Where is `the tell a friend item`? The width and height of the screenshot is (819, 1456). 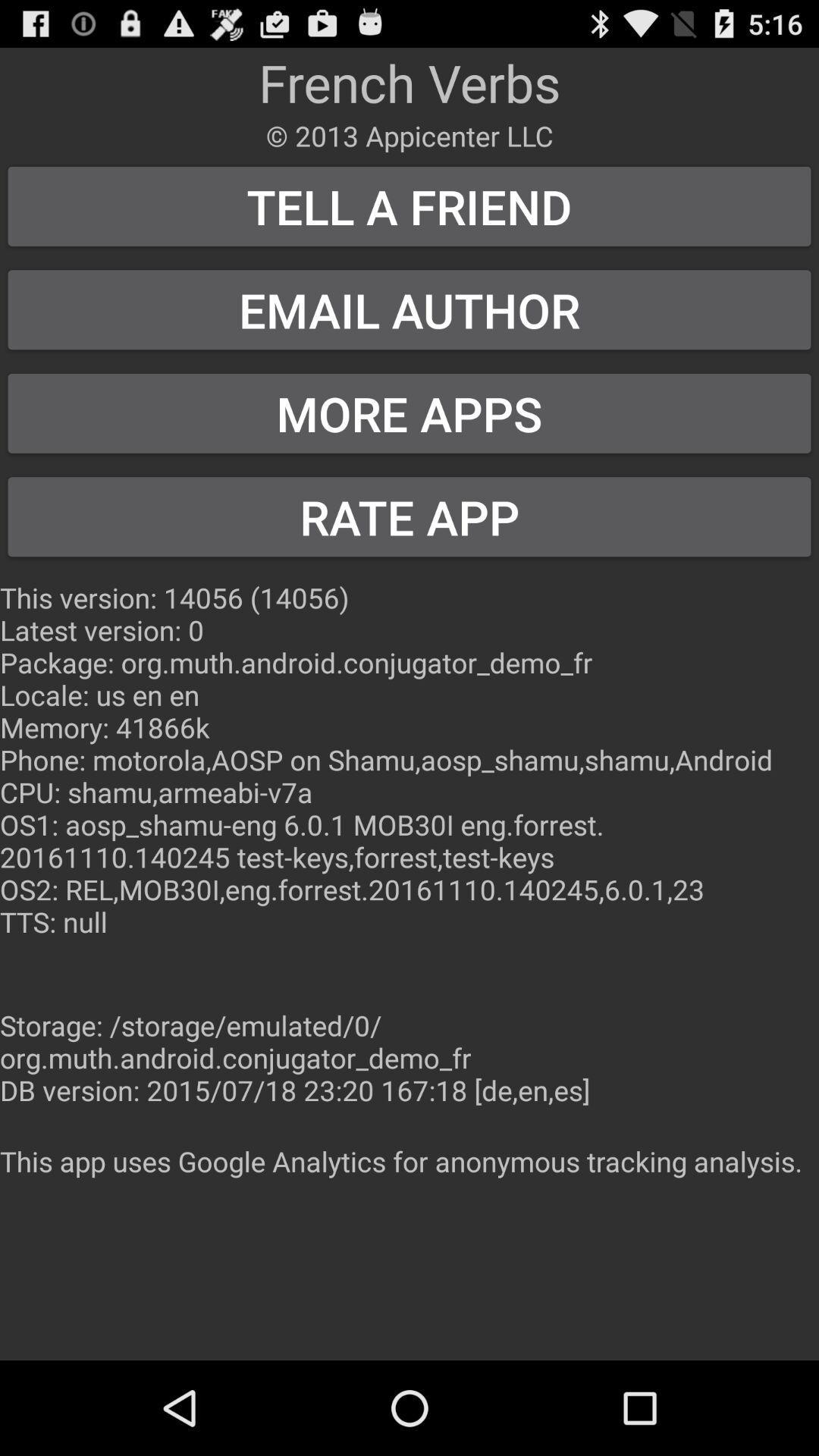 the tell a friend item is located at coordinates (409, 206).